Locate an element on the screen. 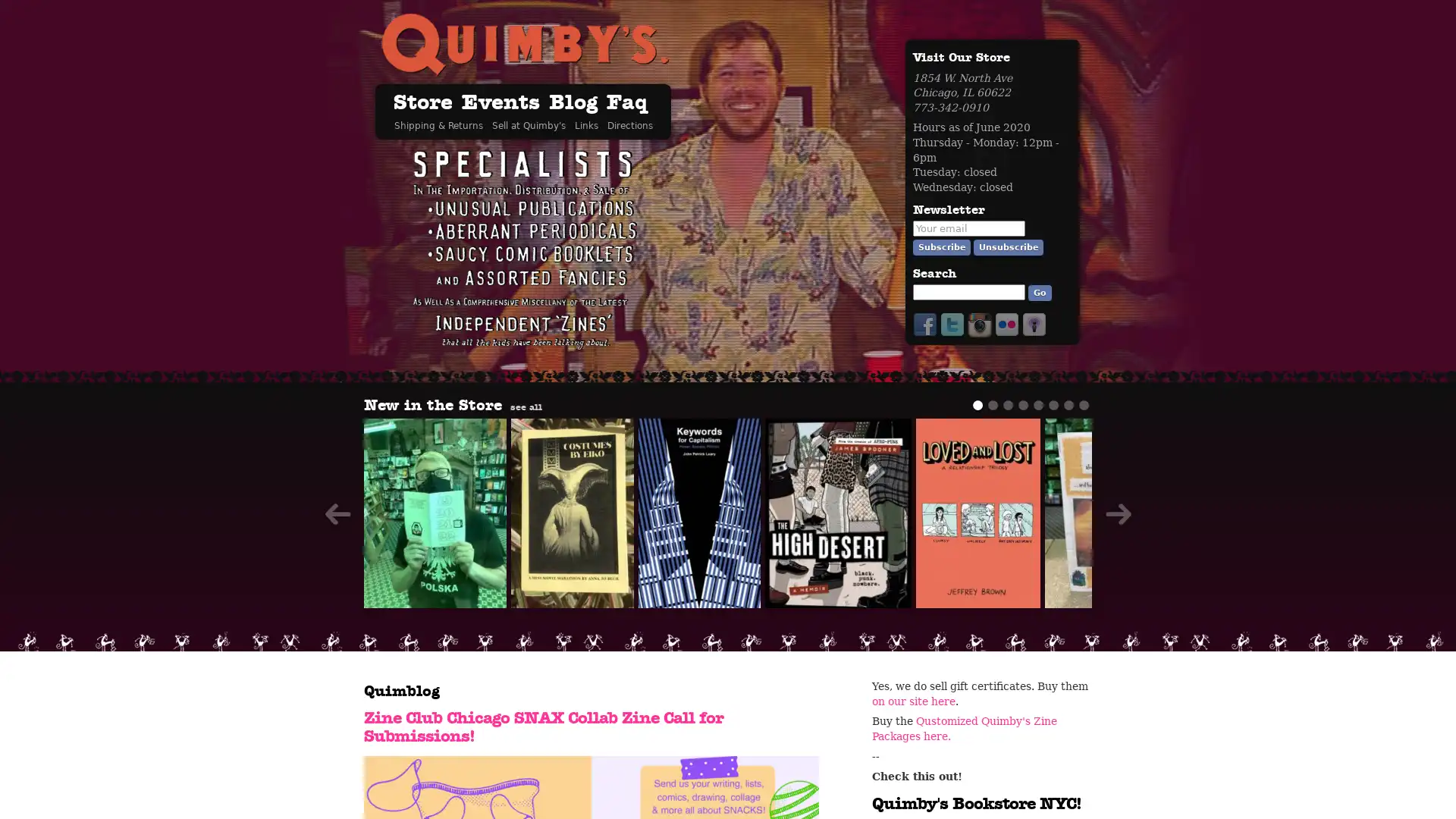 The image size is (1456, 819). Unsubscribe is located at coordinates (1008, 246).